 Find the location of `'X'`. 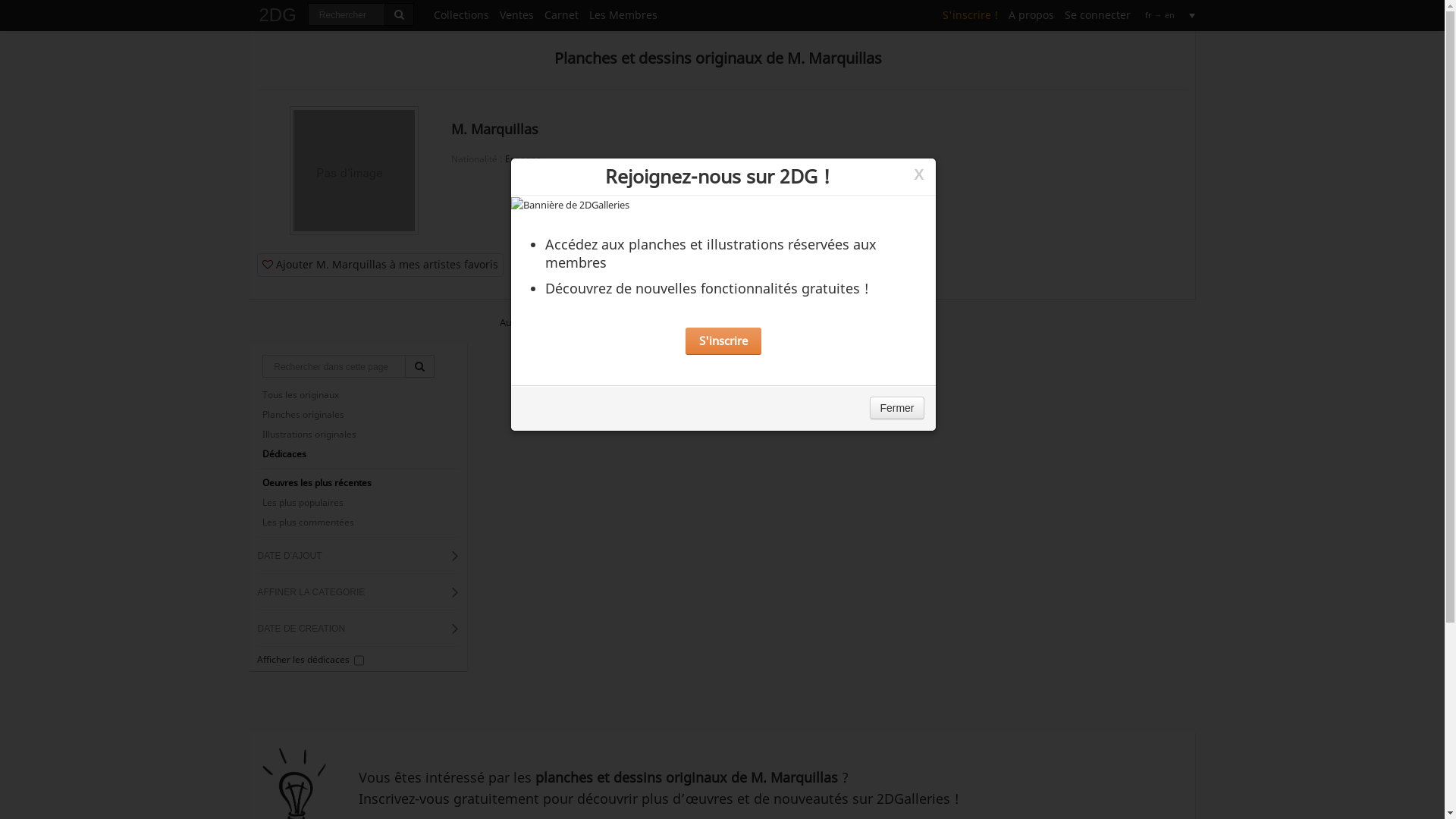

'X' is located at coordinates (918, 174).